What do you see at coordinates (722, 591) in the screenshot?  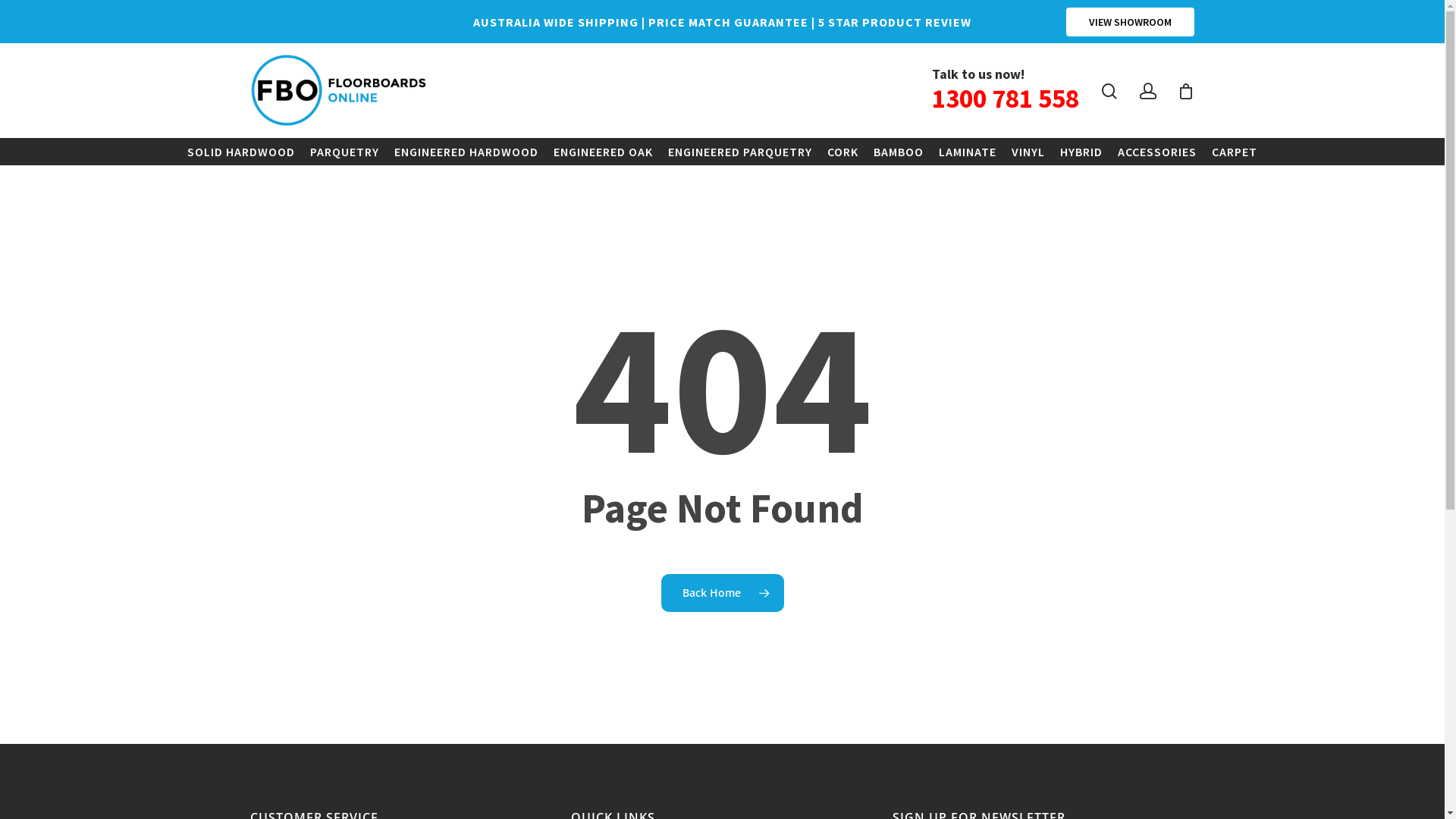 I see `'Back Home'` at bounding box center [722, 591].